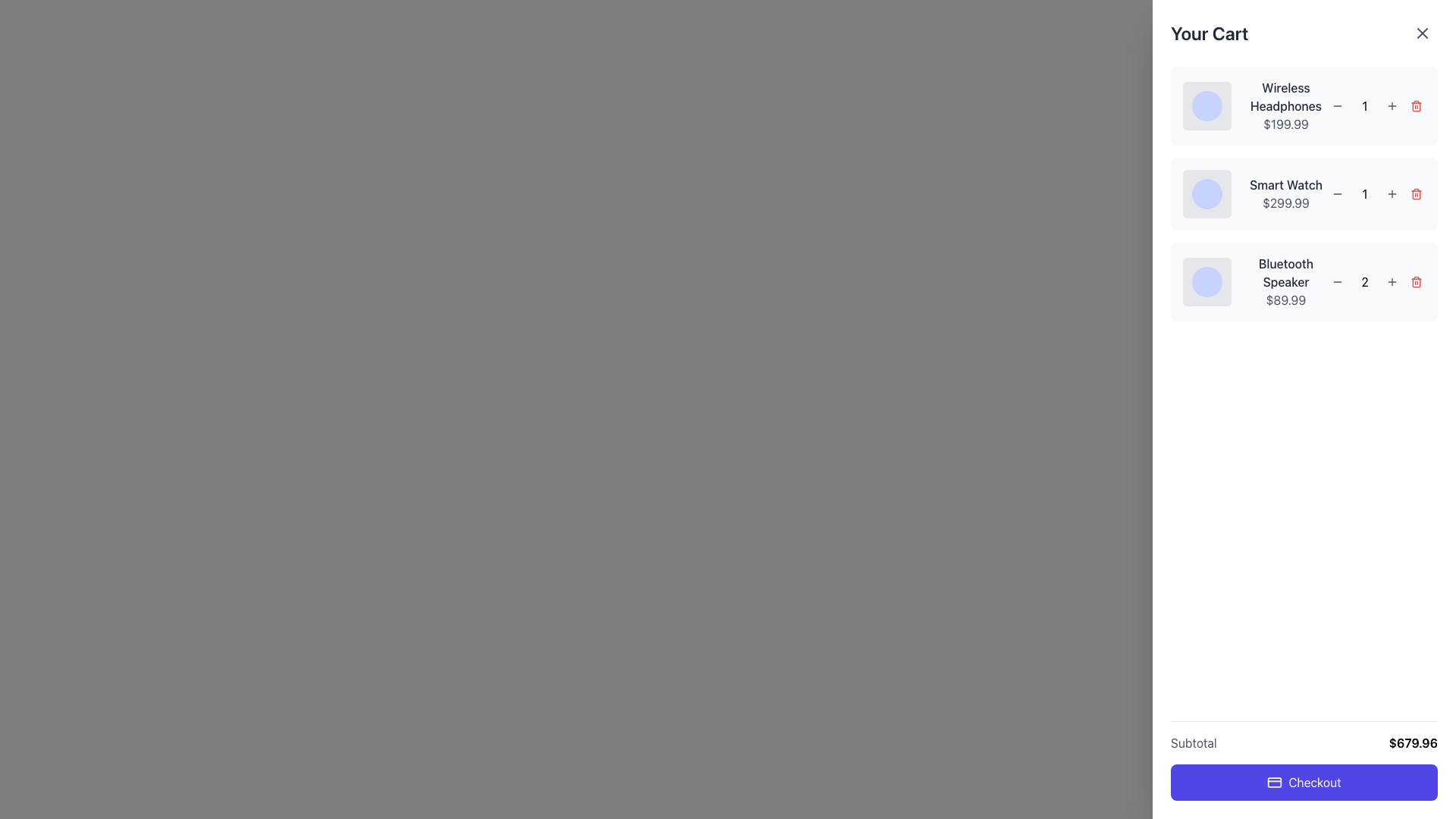  Describe the element at coordinates (1422, 33) in the screenshot. I see `the Close button icon (gray 'x' mark) located in the upper-right corner of the cart side panel` at that location.